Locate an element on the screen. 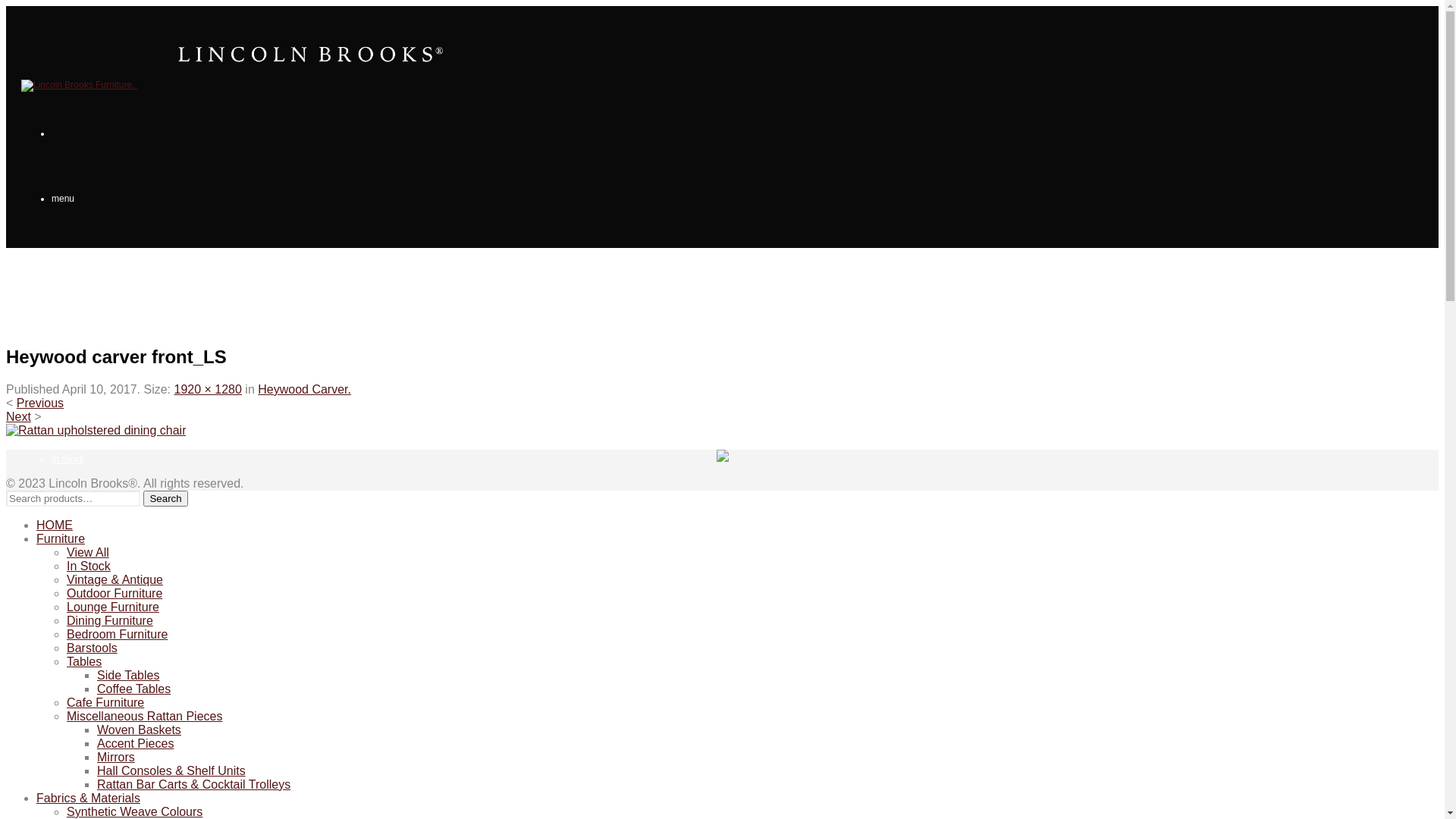 The width and height of the screenshot is (1456, 819). 'Miscellaneous Rattan Pieces' is located at coordinates (144, 716).